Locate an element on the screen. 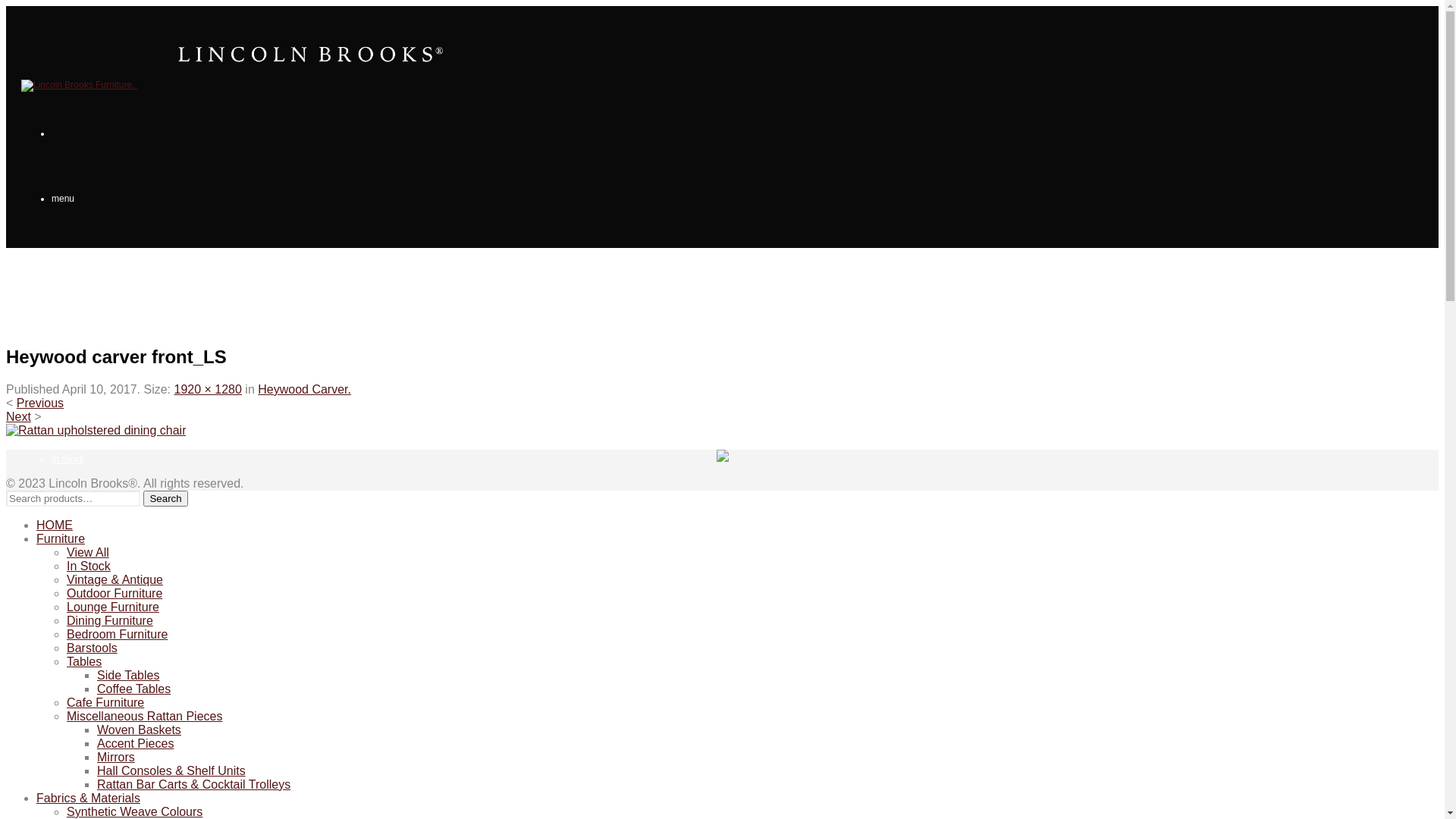 The width and height of the screenshot is (1456, 819). 'Miscellaneous Rattan Pieces' is located at coordinates (144, 716).